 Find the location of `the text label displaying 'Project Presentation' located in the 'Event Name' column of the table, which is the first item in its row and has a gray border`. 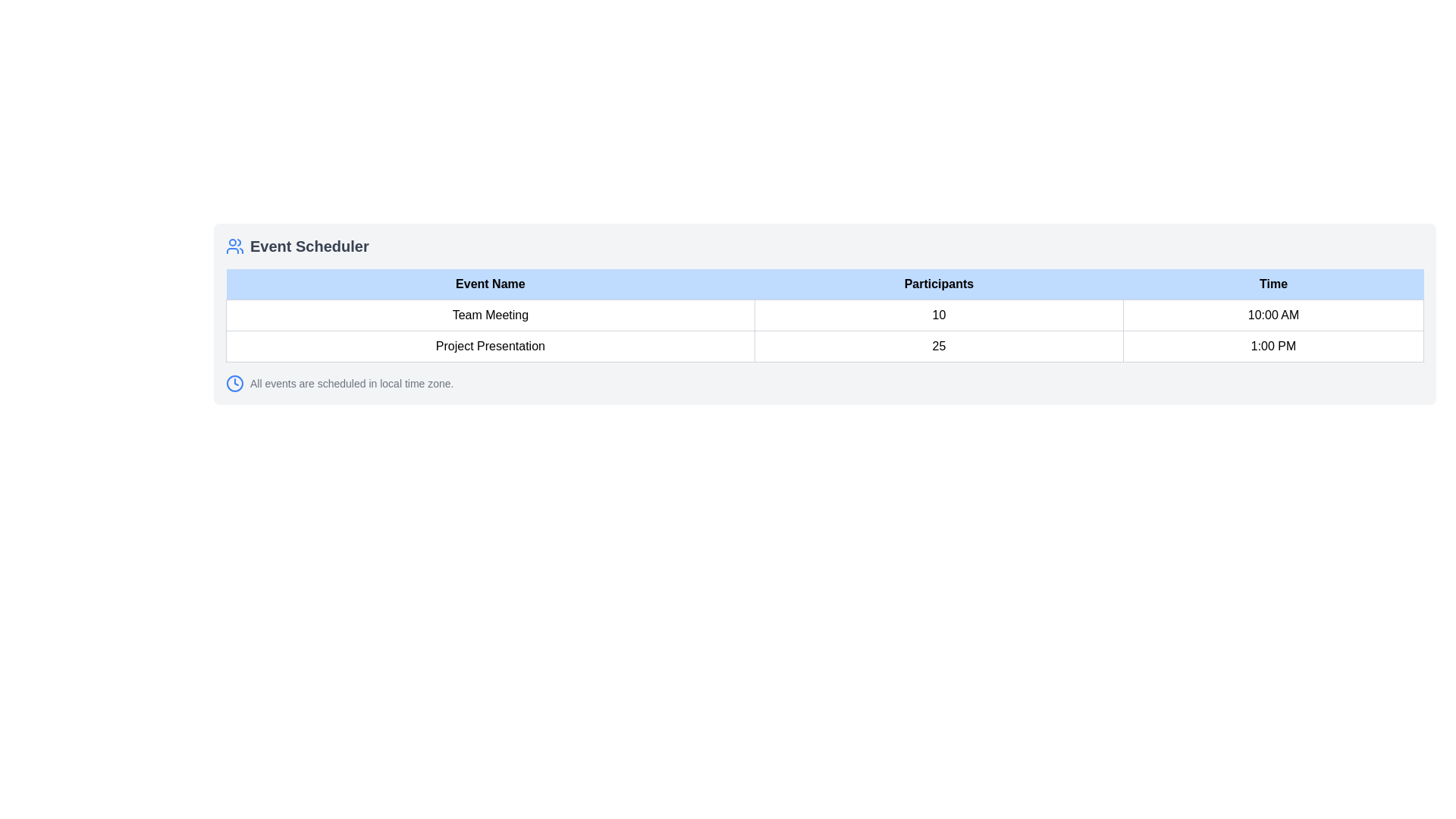

the text label displaying 'Project Presentation' located in the 'Event Name' column of the table, which is the first item in its row and has a gray border is located at coordinates (490, 346).